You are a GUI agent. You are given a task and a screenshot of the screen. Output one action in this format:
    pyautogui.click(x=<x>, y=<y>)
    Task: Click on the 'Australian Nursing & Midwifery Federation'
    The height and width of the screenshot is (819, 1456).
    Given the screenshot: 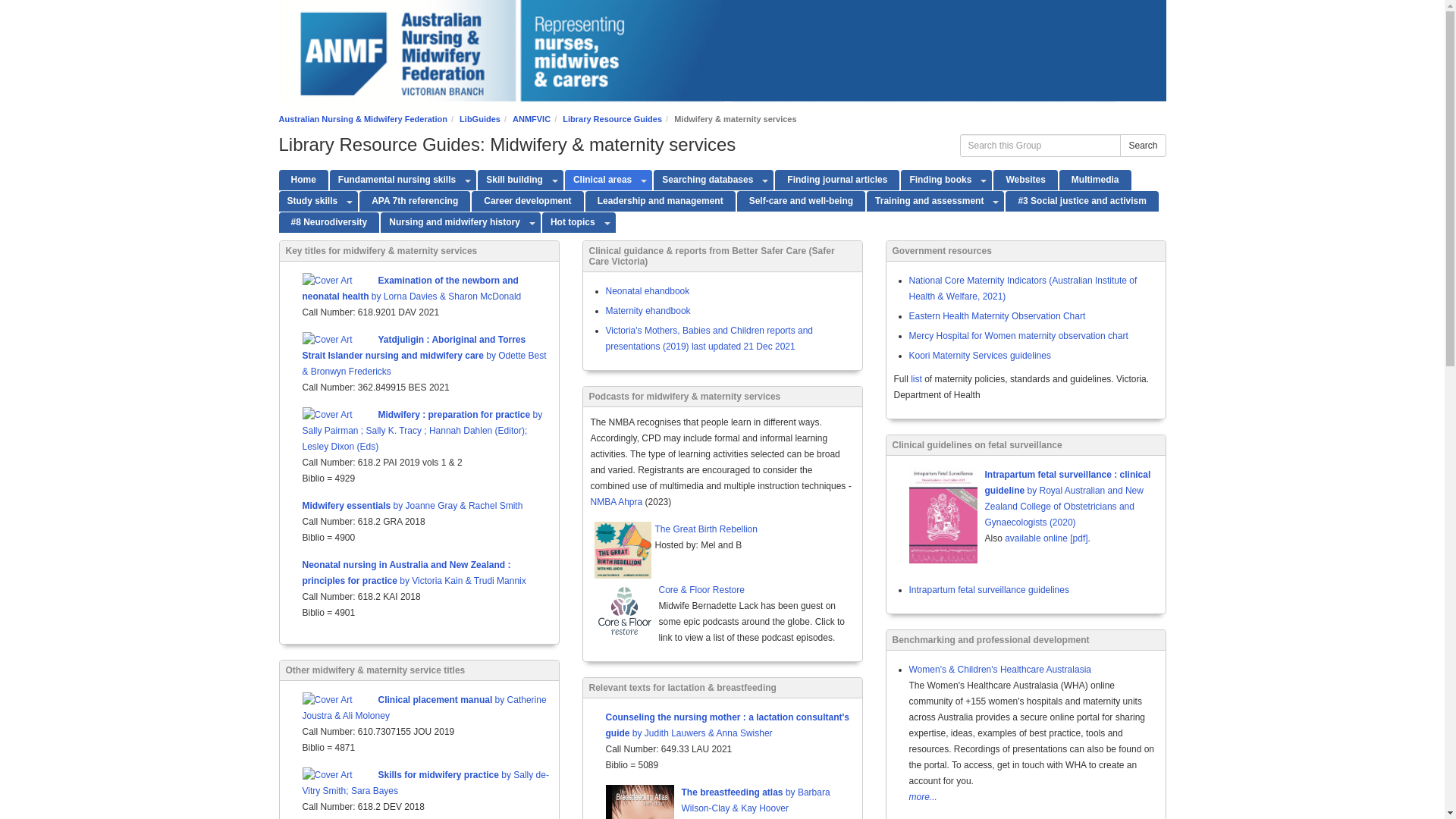 What is the action you would take?
    pyautogui.click(x=362, y=118)
    